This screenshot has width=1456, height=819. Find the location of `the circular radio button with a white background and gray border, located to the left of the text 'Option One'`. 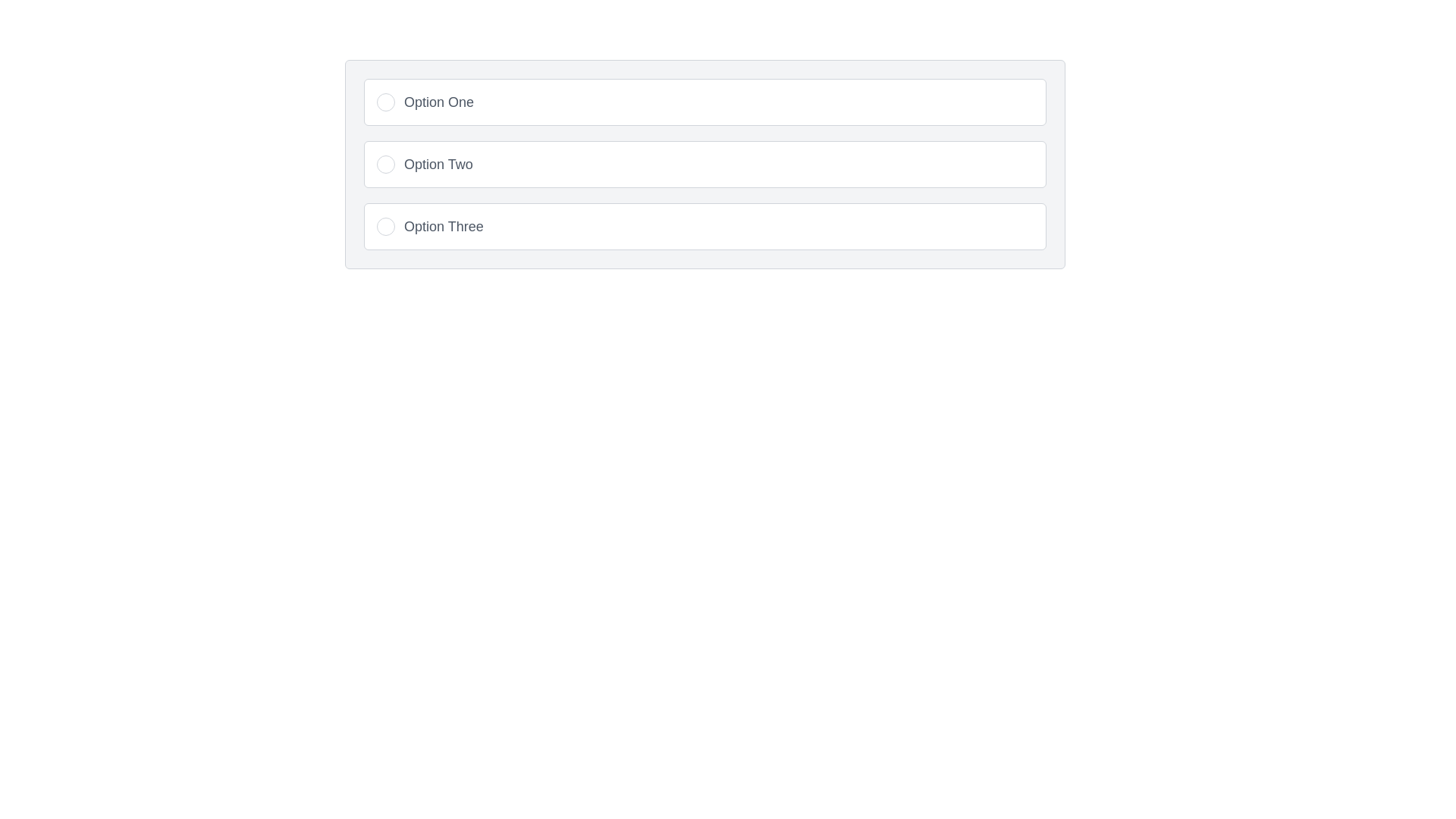

the circular radio button with a white background and gray border, located to the left of the text 'Option One' is located at coordinates (385, 102).